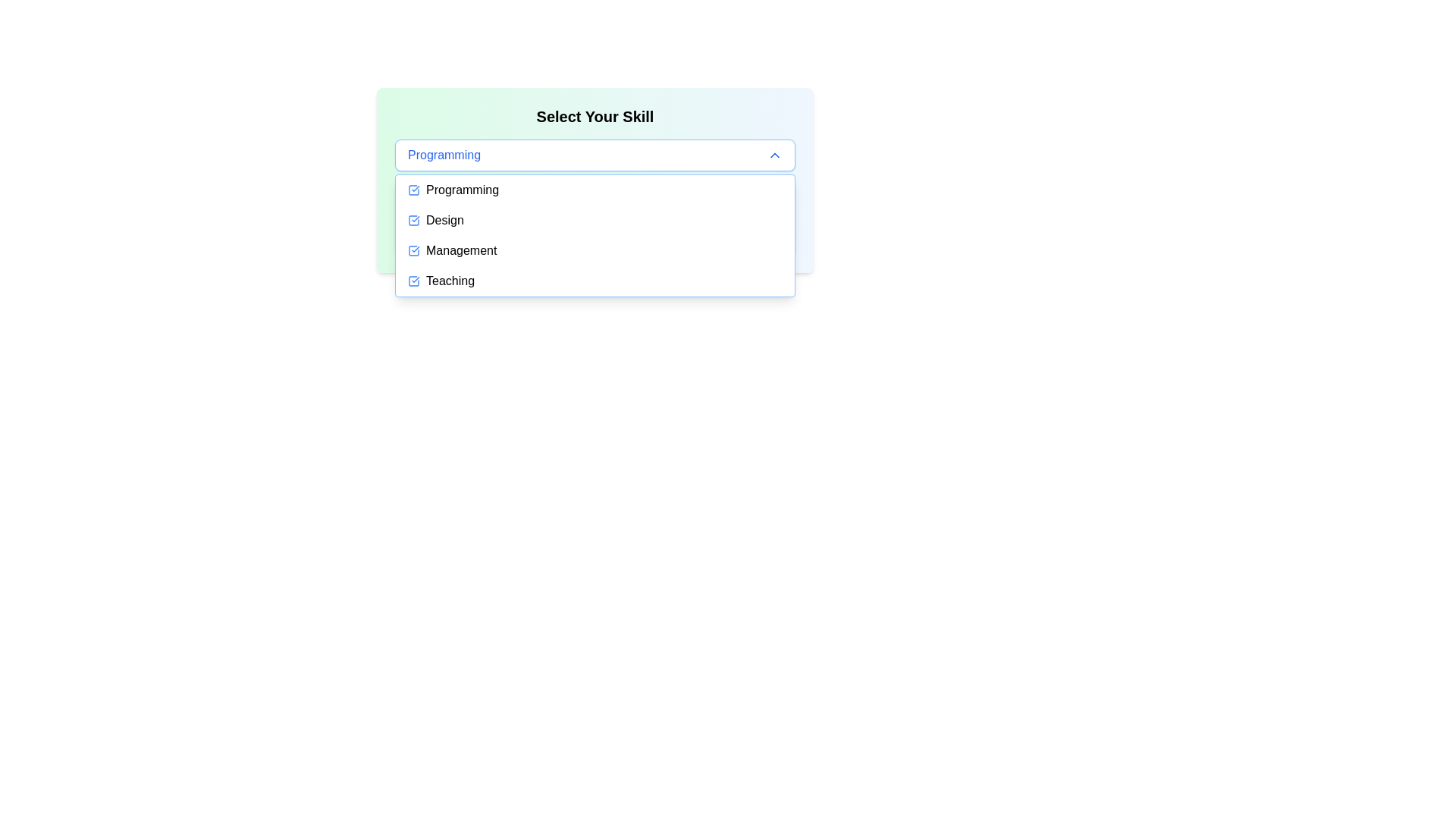 This screenshot has width=1456, height=819. Describe the element at coordinates (414, 220) in the screenshot. I see `the selectable state indicator icon for the 'Design' option in the dropdown menu below the 'Programming' trigger` at that location.